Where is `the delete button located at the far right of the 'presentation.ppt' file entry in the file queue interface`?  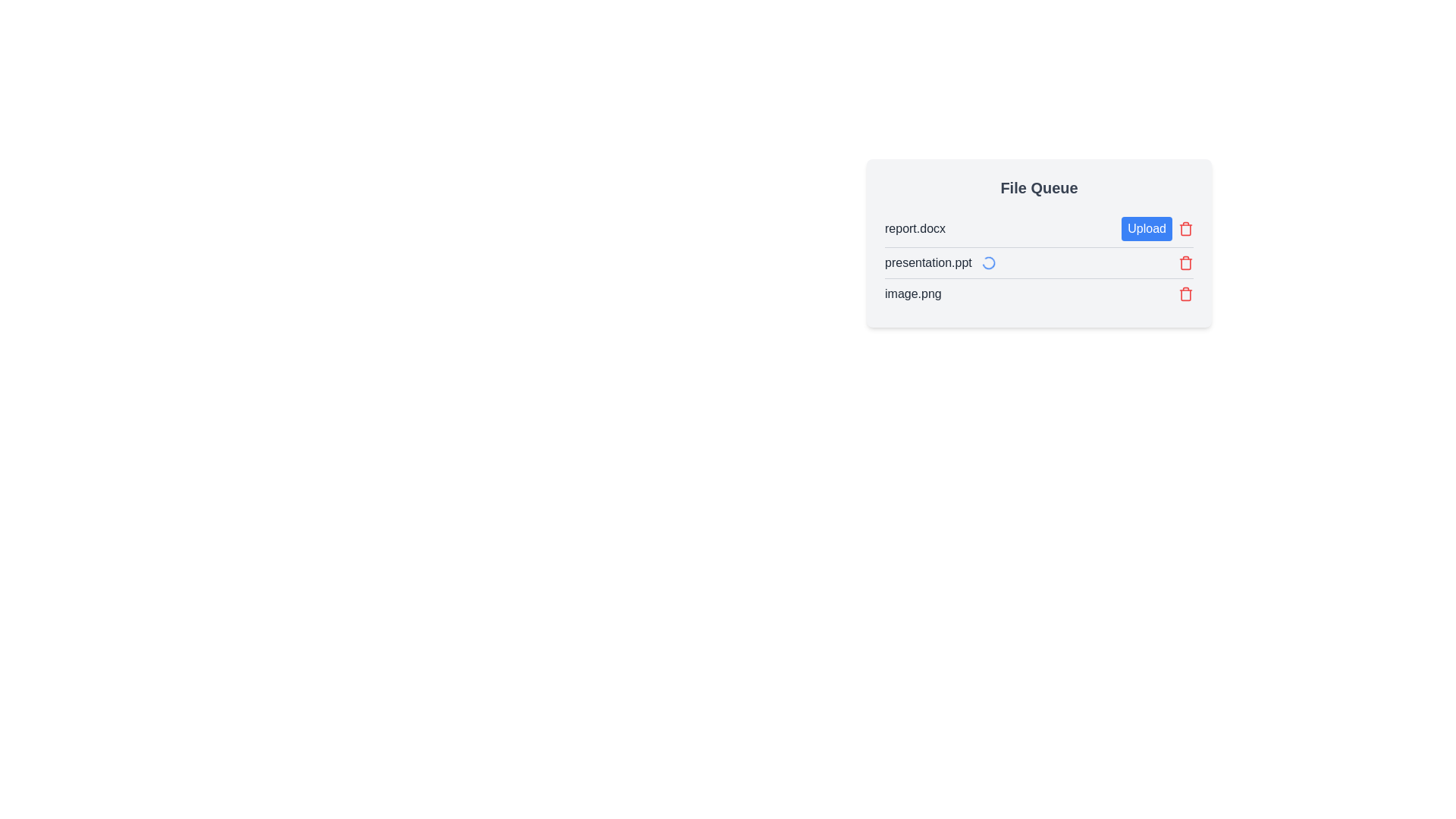 the delete button located at the far right of the 'presentation.ppt' file entry in the file queue interface is located at coordinates (1185, 262).